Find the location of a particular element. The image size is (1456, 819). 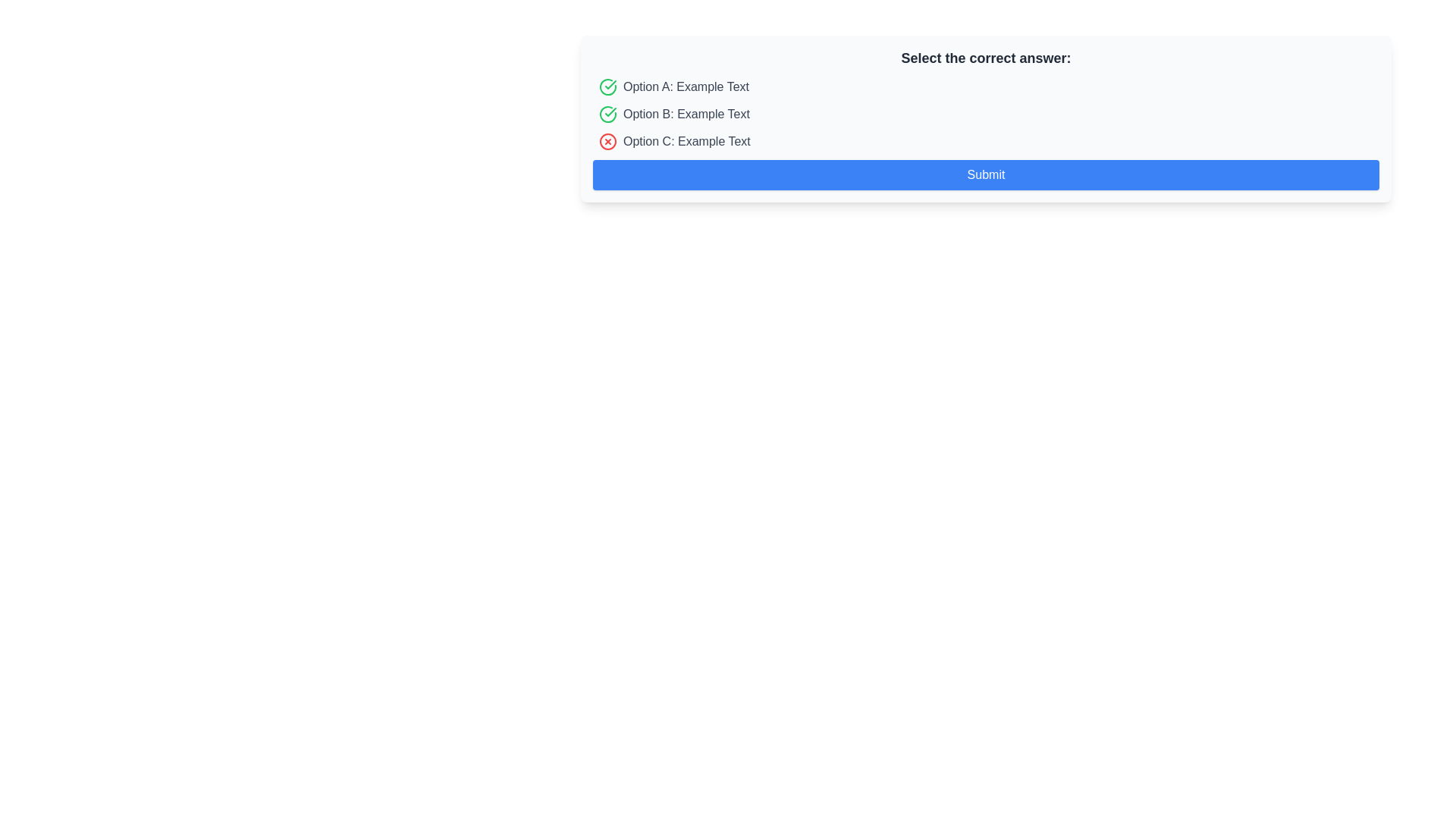

the static text label that describes an option in a selectable list, positioned immediately after the green check mark icon is located at coordinates (686, 87).